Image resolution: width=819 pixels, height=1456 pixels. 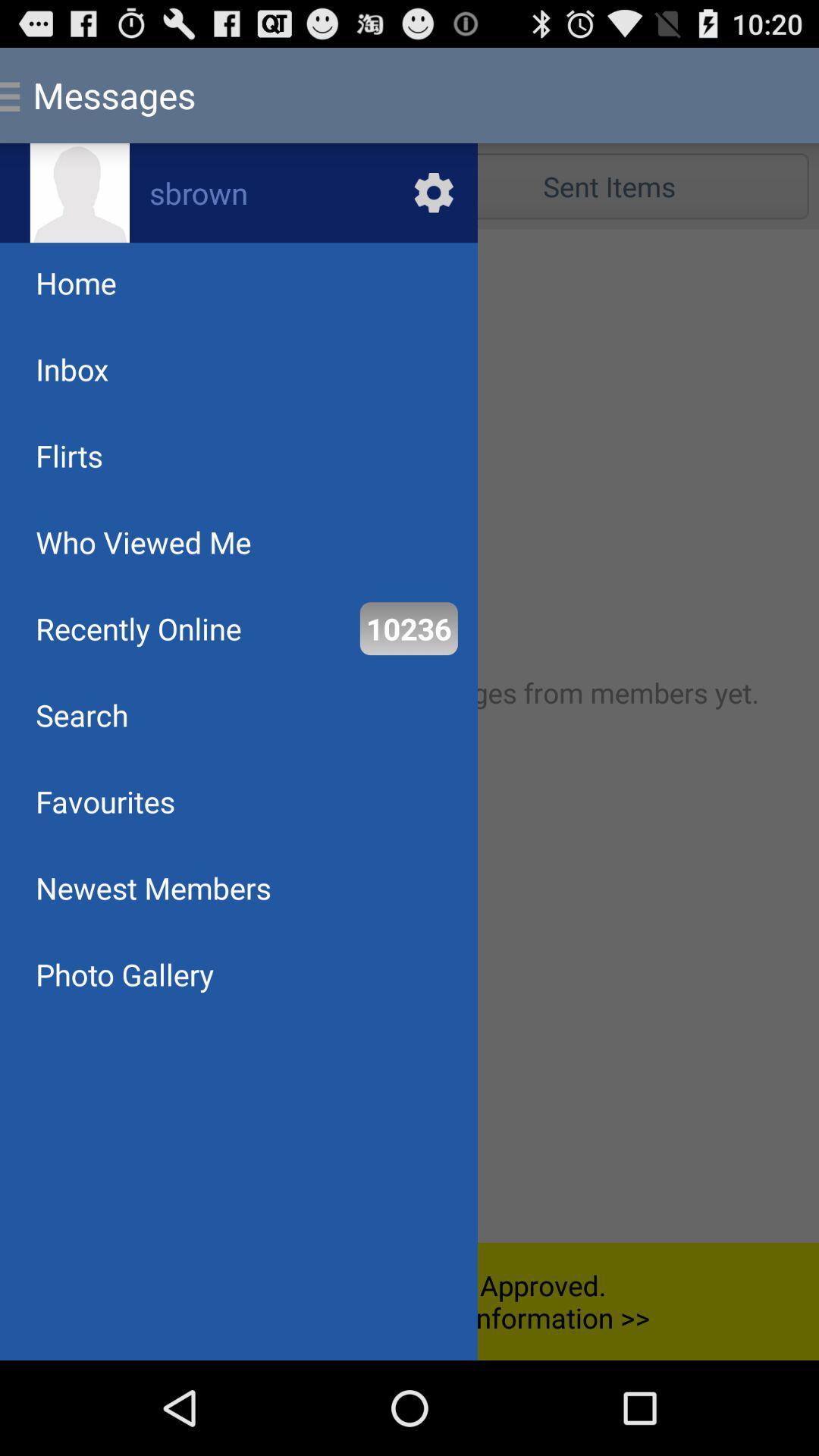 What do you see at coordinates (608, 185) in the screenshot?
I see `the icon next to the inbox radio button` at bounding box center [608, 185].